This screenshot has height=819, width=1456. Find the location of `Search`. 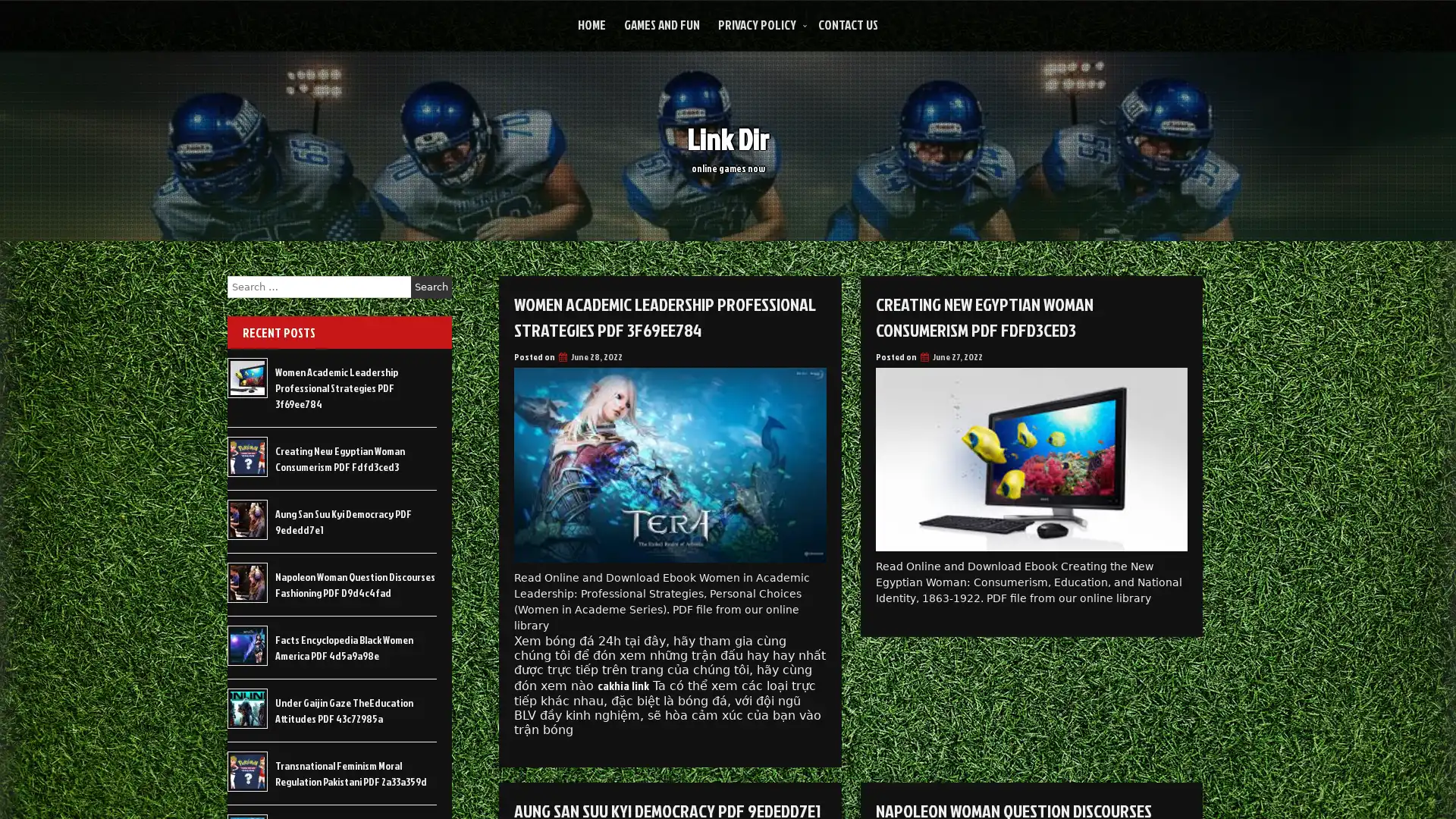

Search is located at coordinates (431, 287).